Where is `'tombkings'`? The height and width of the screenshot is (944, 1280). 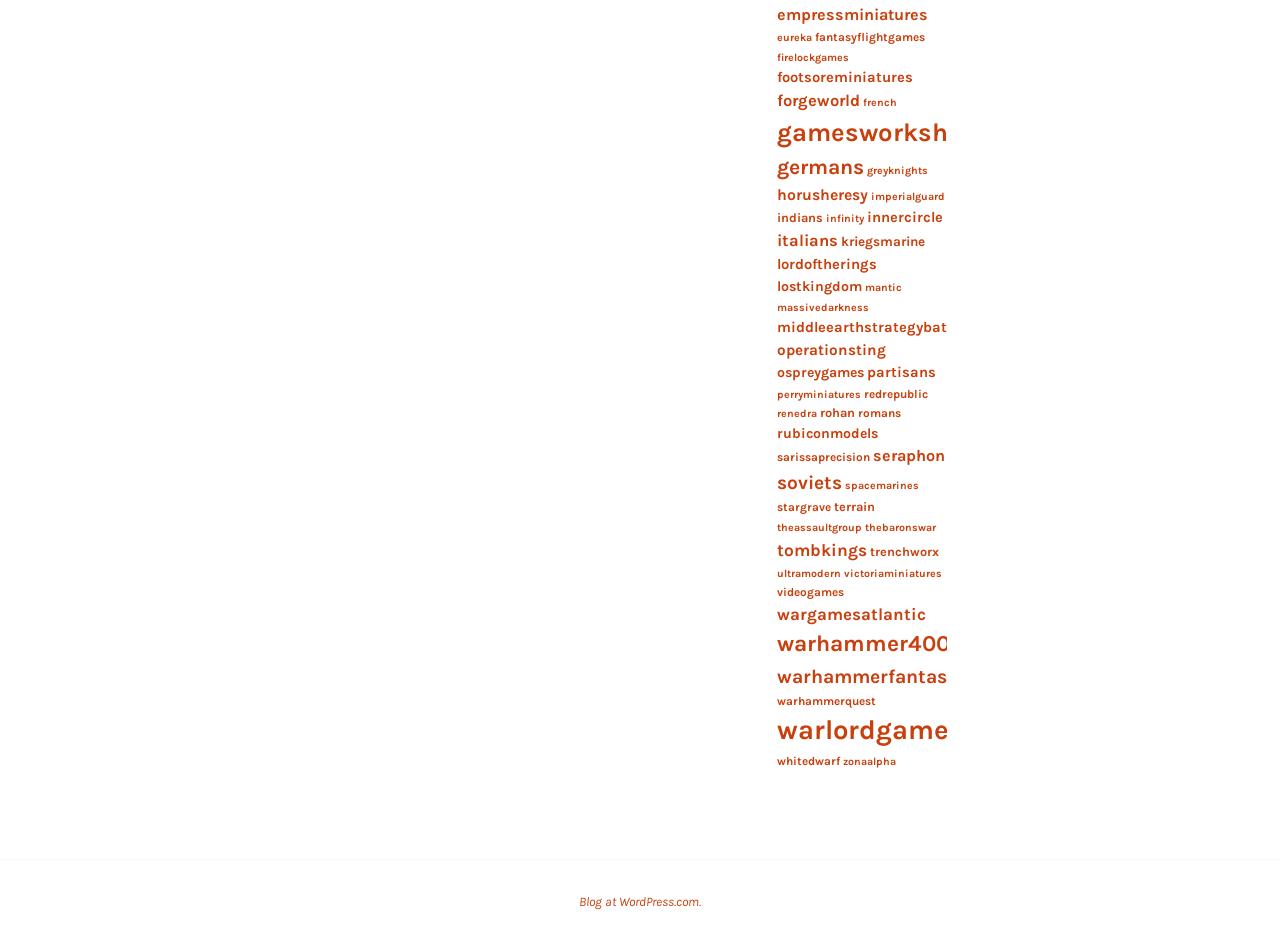
'tombkings' is located at coordinates (820, 548).